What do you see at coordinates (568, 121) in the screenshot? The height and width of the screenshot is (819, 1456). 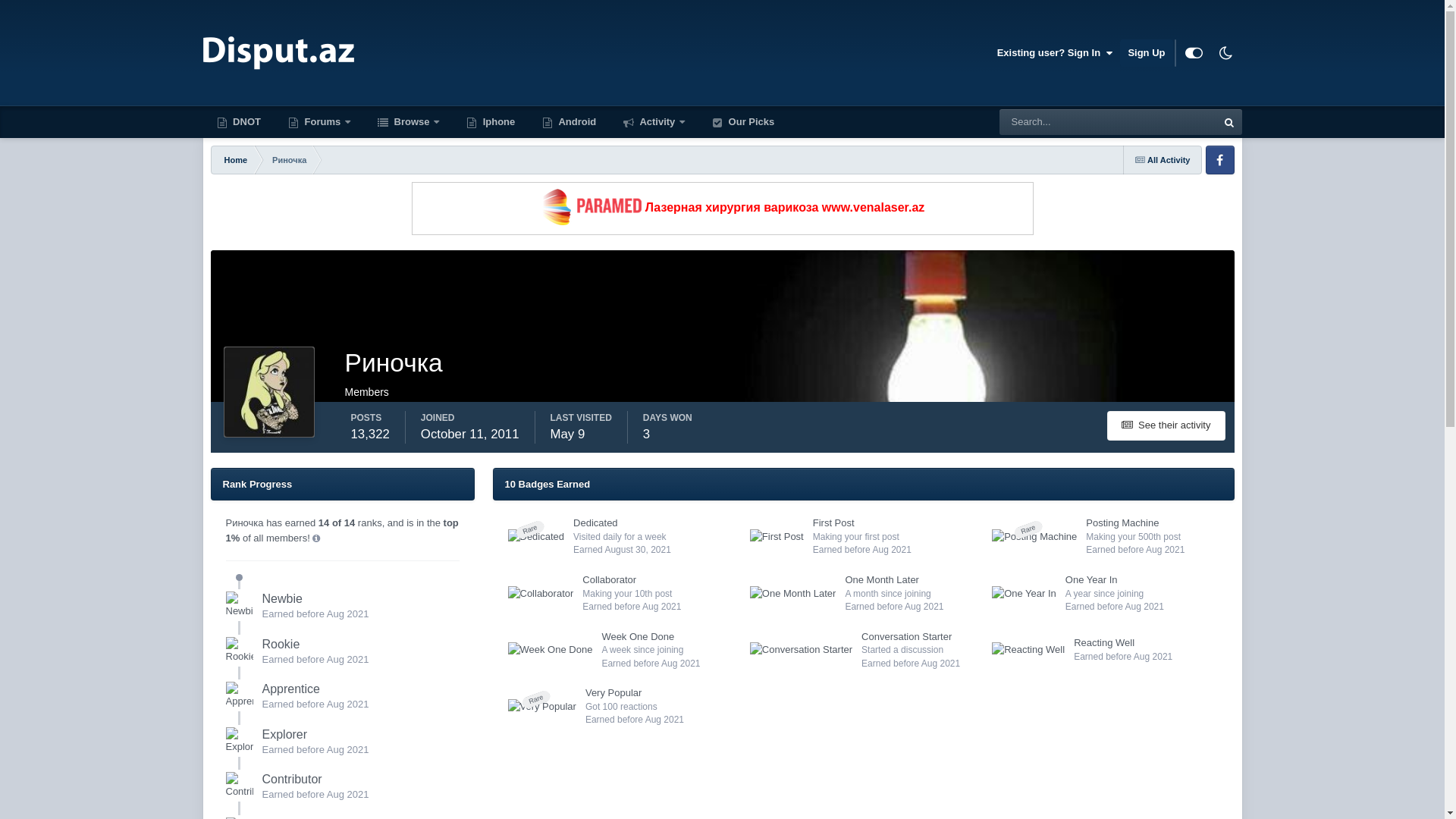 I see `'Android'` at bounding box center [568, 121].